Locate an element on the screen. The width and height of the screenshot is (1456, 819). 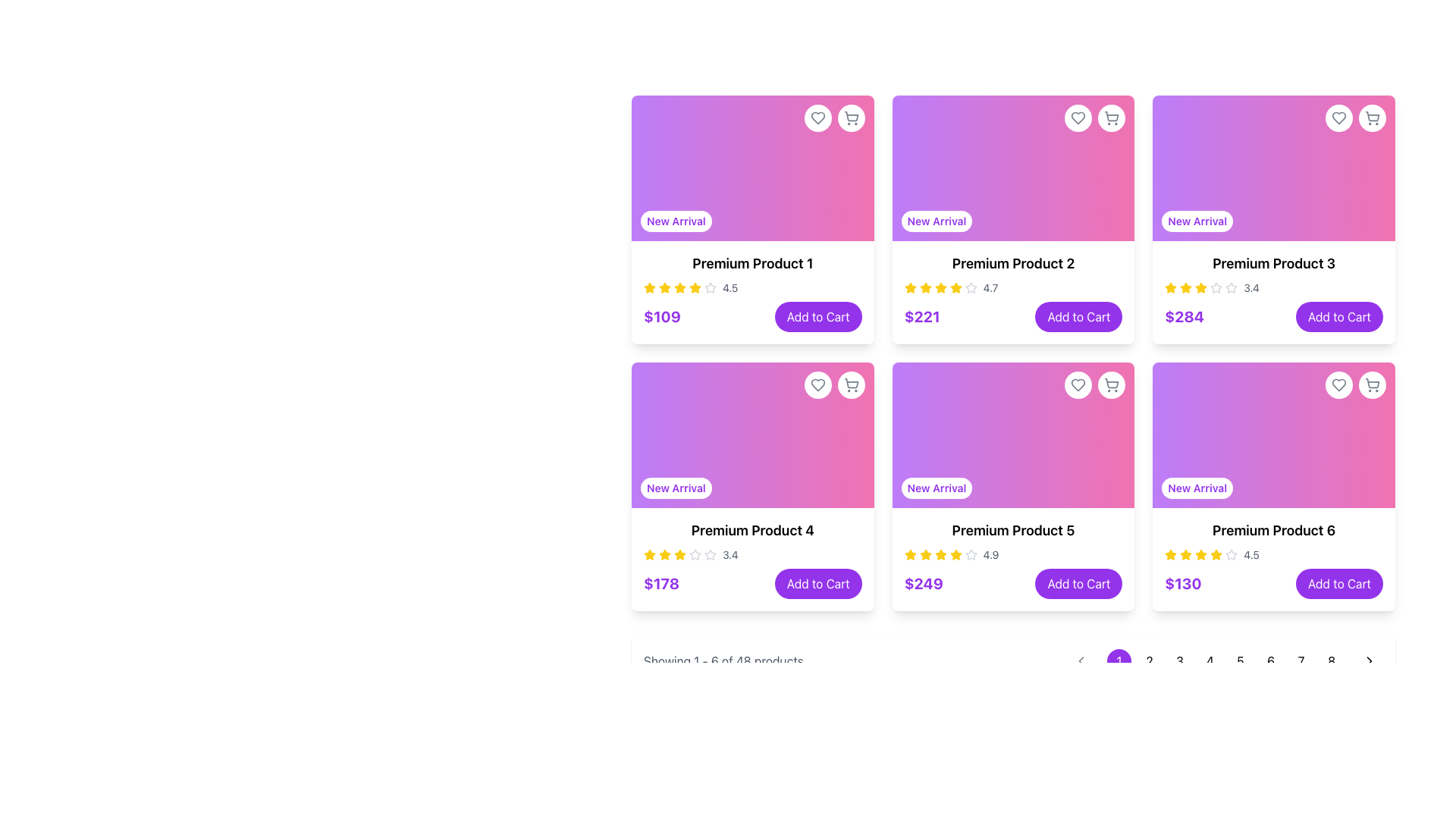
the favorite icon located in the top-right corner of the card labeled 'Premium Product 6' is located at coordinates (1339, 384).